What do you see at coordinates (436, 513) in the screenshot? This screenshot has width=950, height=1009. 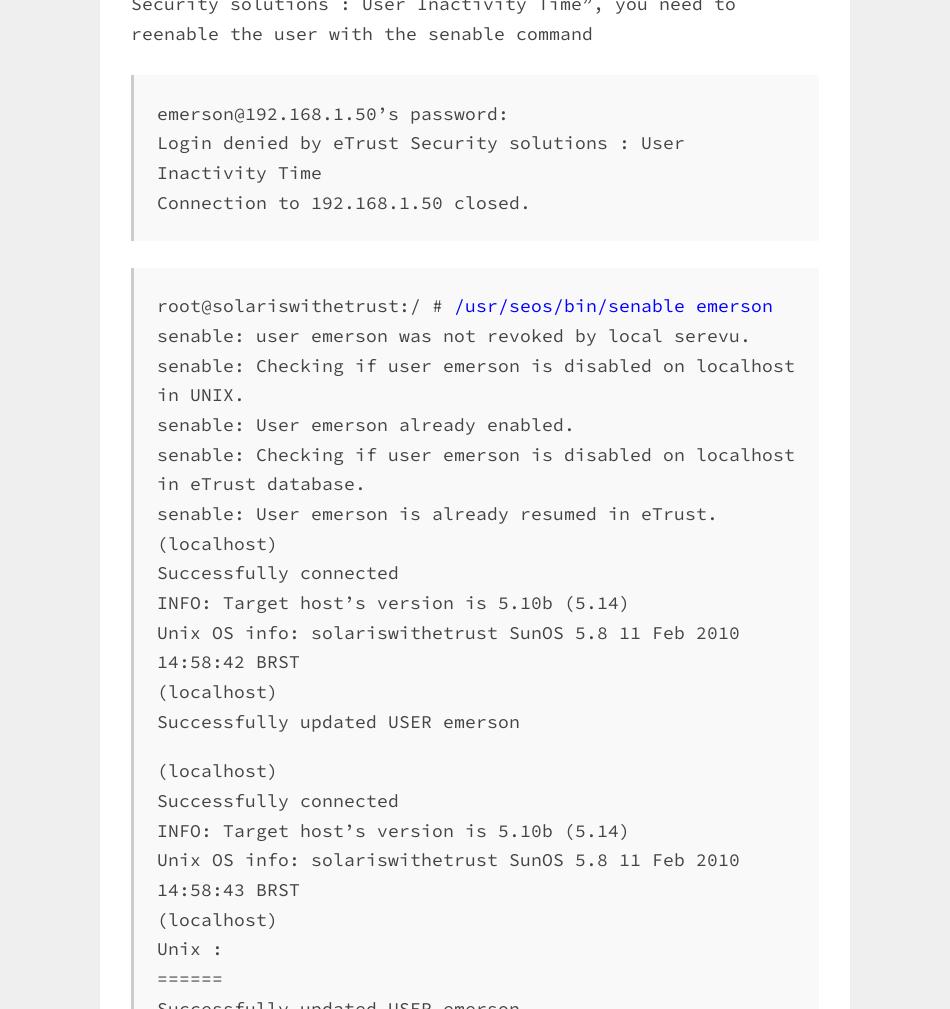 I see `'senable: User emerson is already resumed in eTrust.'` at bounding box center [436, 513].